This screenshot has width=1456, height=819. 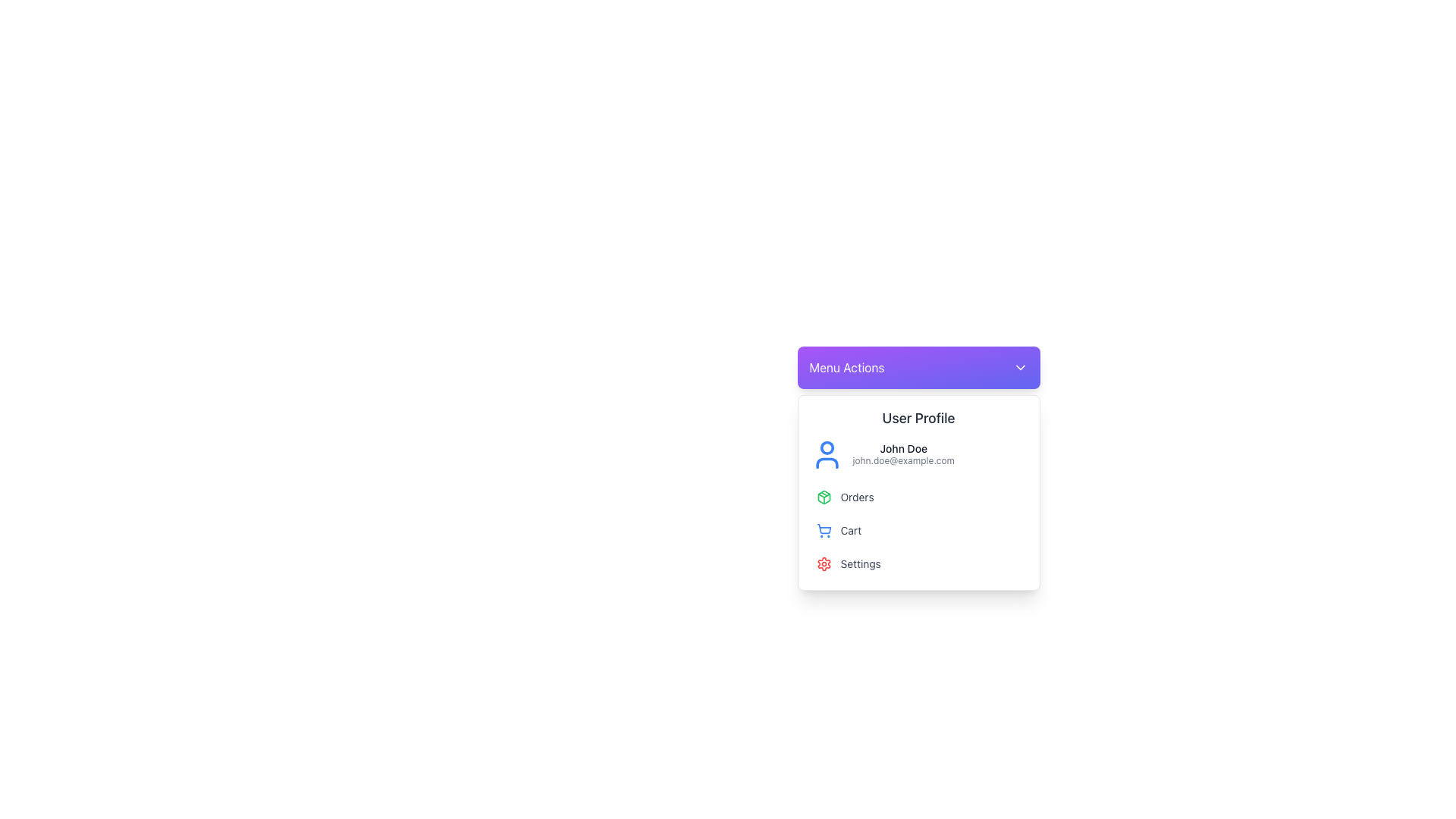 What do you see at coordinates (918, 497) in the screenshot?
I see `the 'Orders' menu item located in the User Profile section` at bounding box center [918, 497].